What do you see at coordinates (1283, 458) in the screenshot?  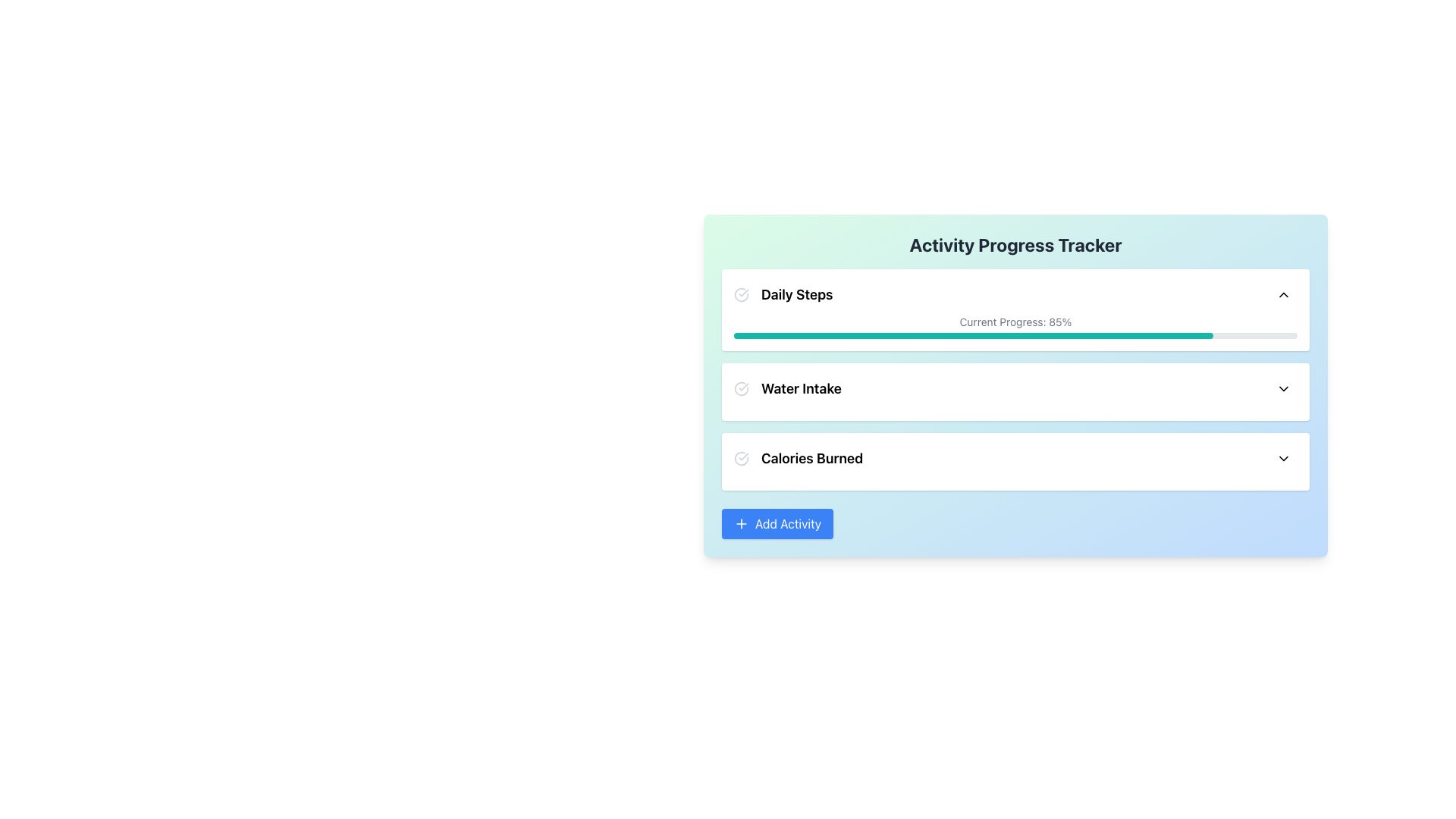 I see `the downward-facing chevron icon` at bounding box center [1283, 458].